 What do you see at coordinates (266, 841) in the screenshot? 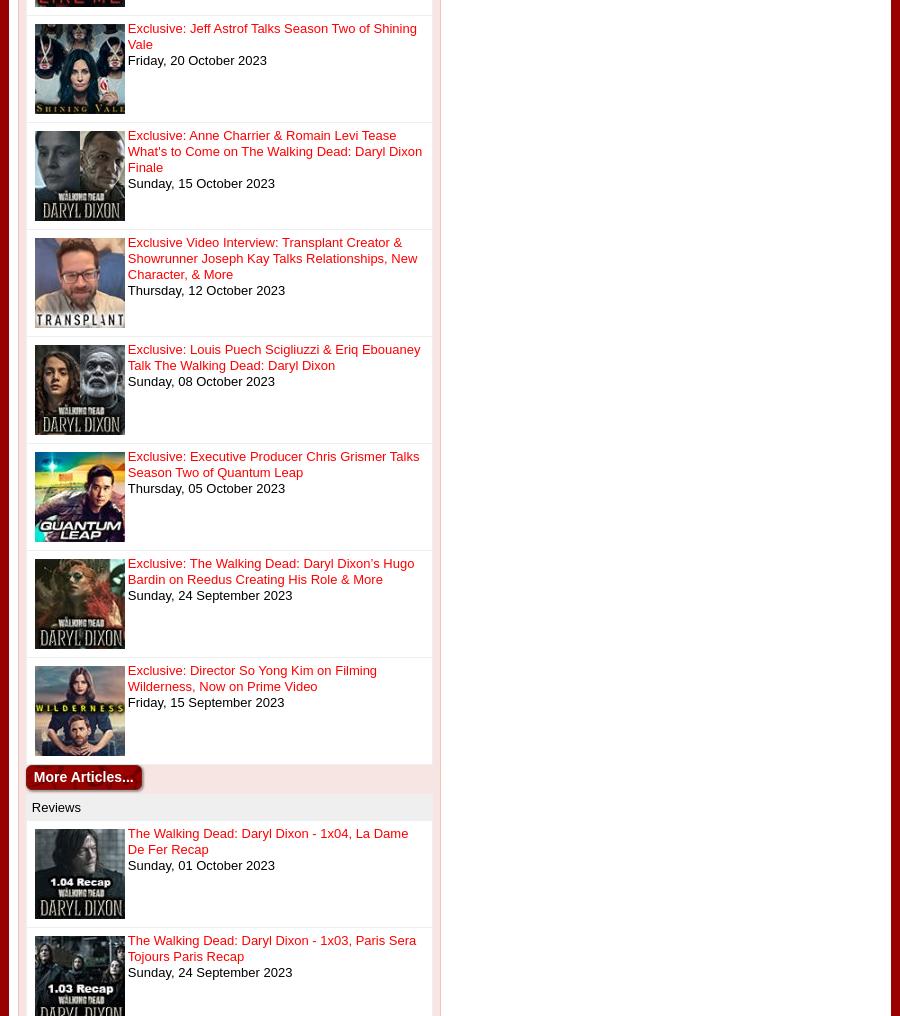
I see `'The Walking Dead: Daryl Dixon - 1x04, La Dame De Fer Recap'` at bounding box center [266, 841].